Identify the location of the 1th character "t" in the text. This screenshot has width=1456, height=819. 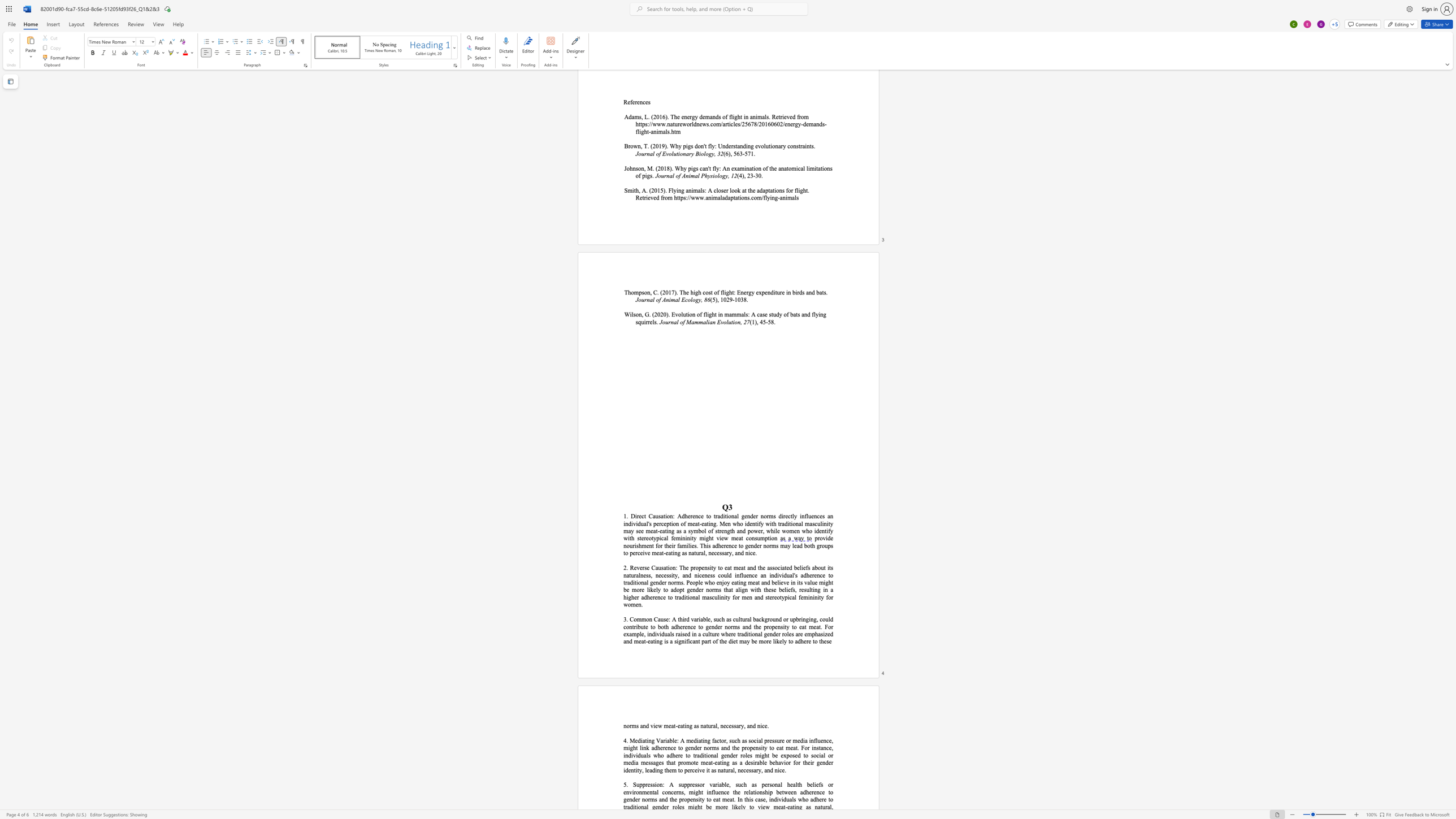
(670, 523).